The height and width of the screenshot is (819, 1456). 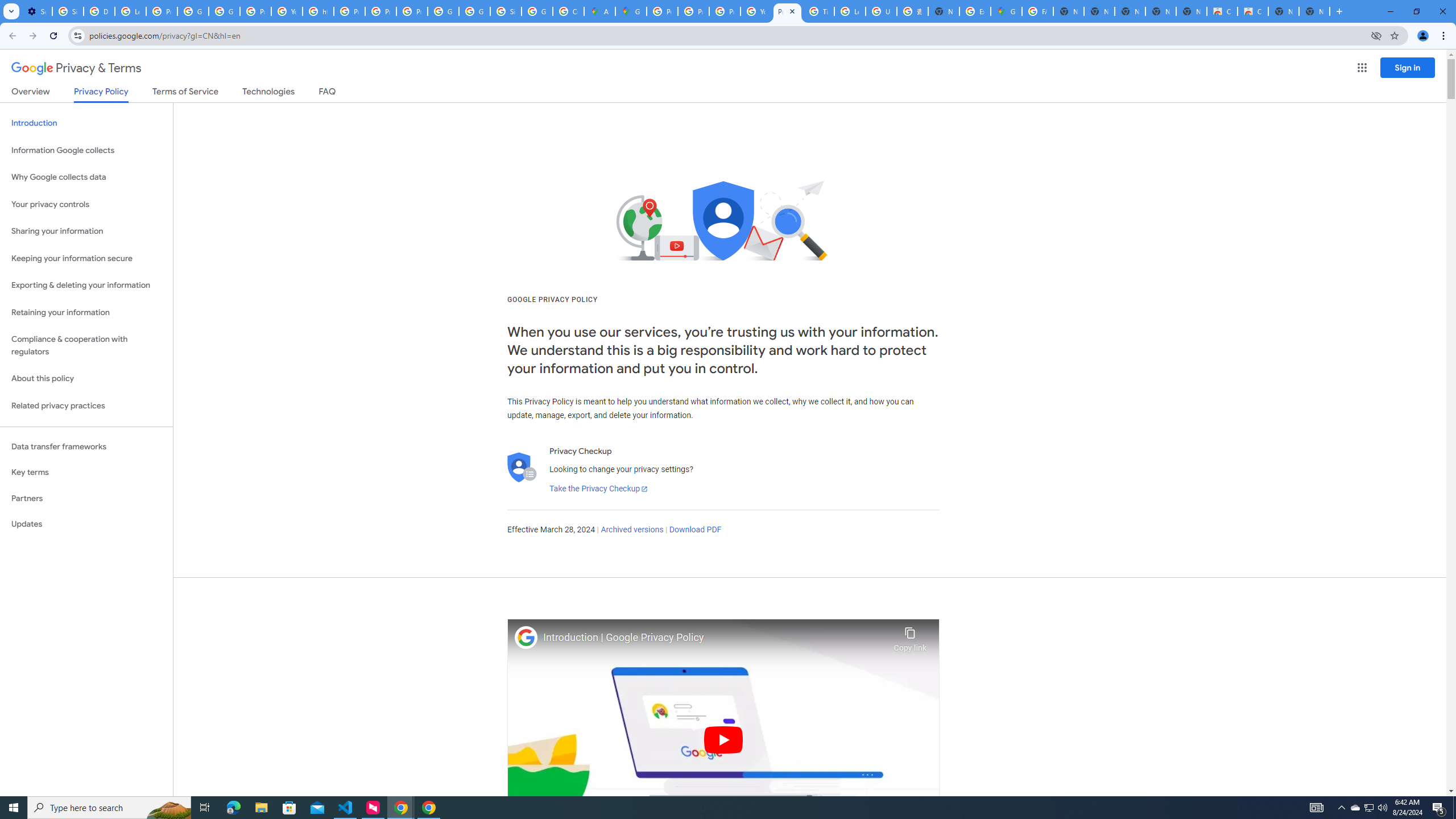 What do you see at coordinates (1314, 11) in the screenshot?
I see `'New Tab'` at bounding box center [1314, 11].